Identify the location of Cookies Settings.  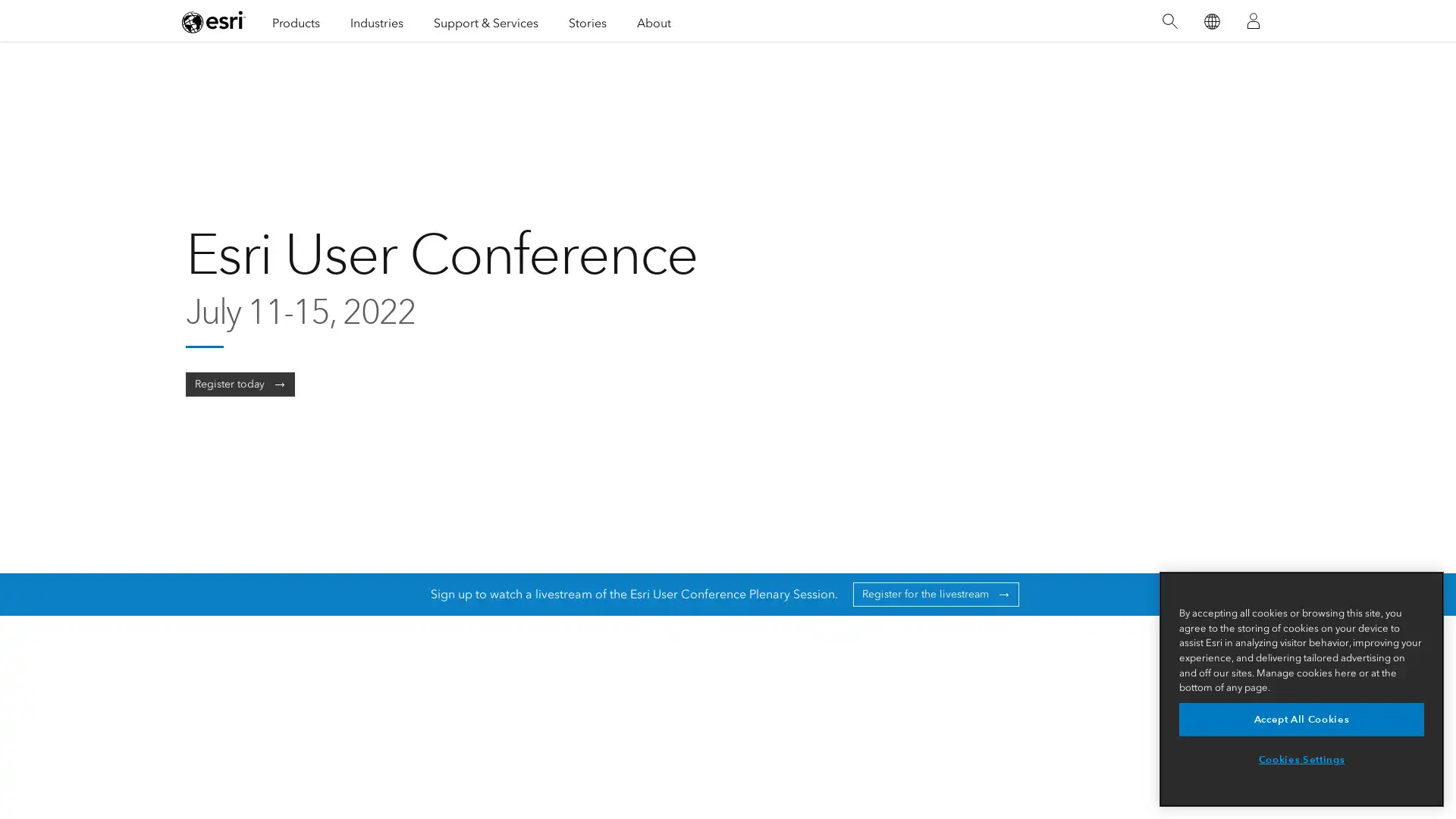
(1301, 760).